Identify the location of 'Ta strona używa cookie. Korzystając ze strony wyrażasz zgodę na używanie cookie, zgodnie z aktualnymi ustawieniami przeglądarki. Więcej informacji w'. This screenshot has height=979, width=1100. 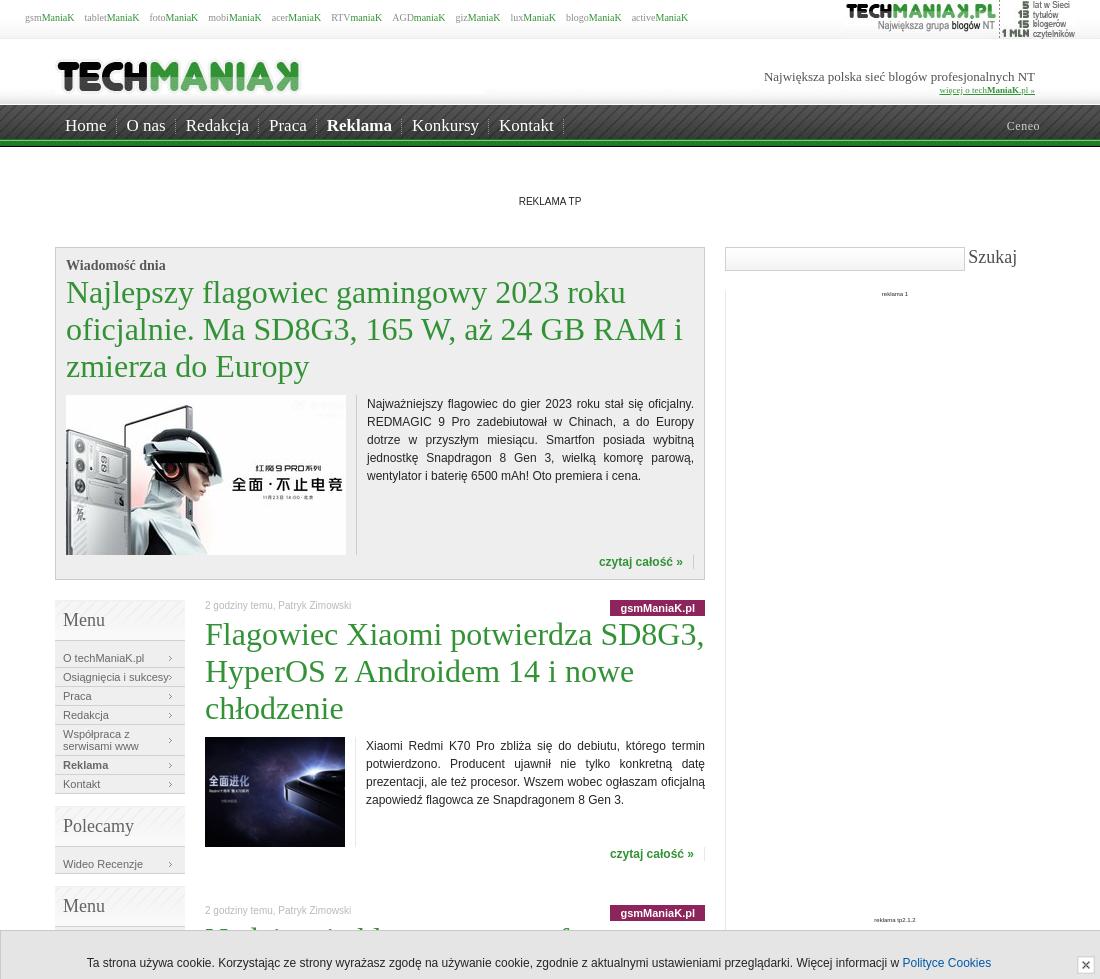
(494, 962).